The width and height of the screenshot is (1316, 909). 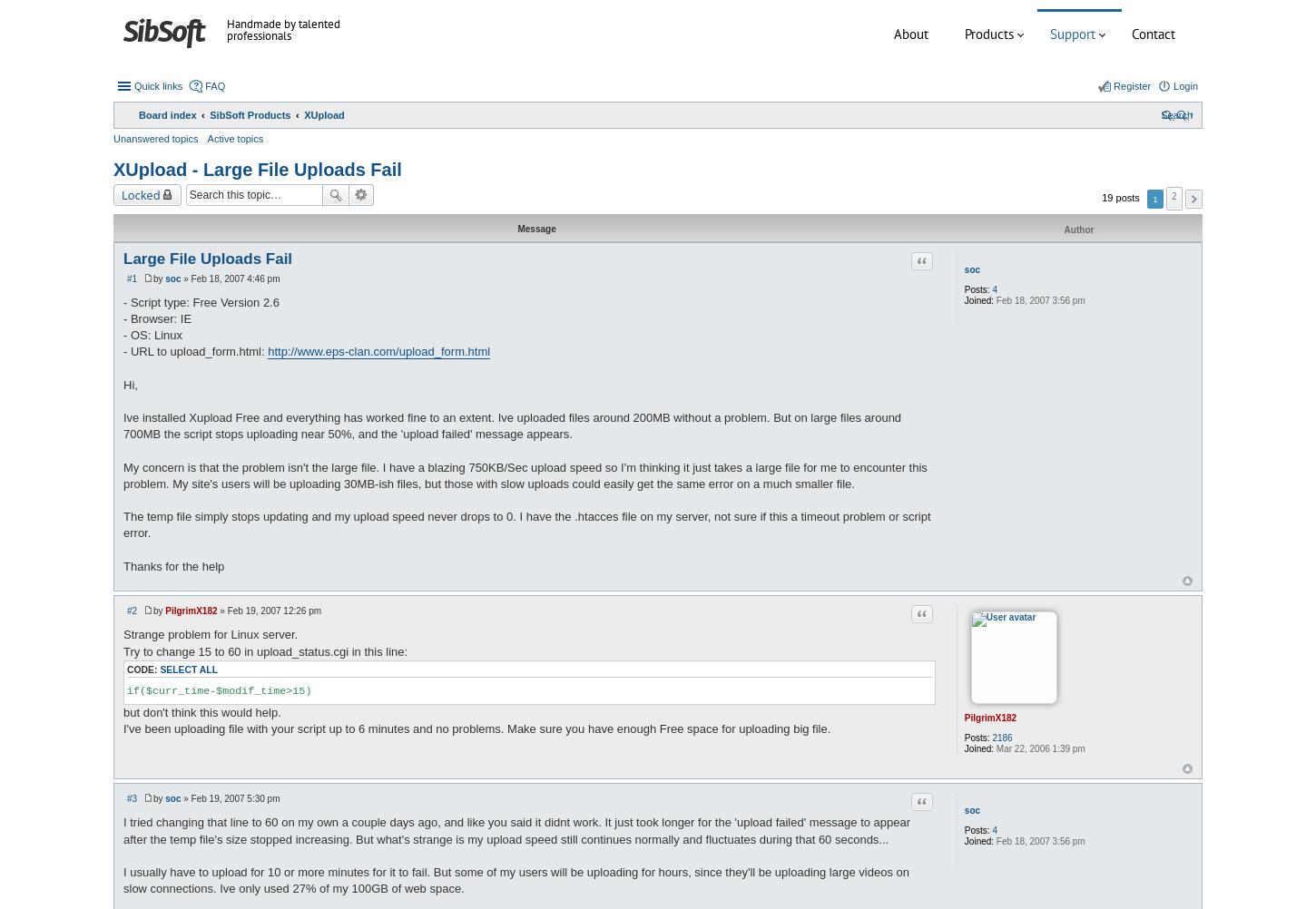 What do you see at coordinates (194, 351) in the screenshot?
I see `'- URL to upload_form.html:'` at bounding box center [194, 351].